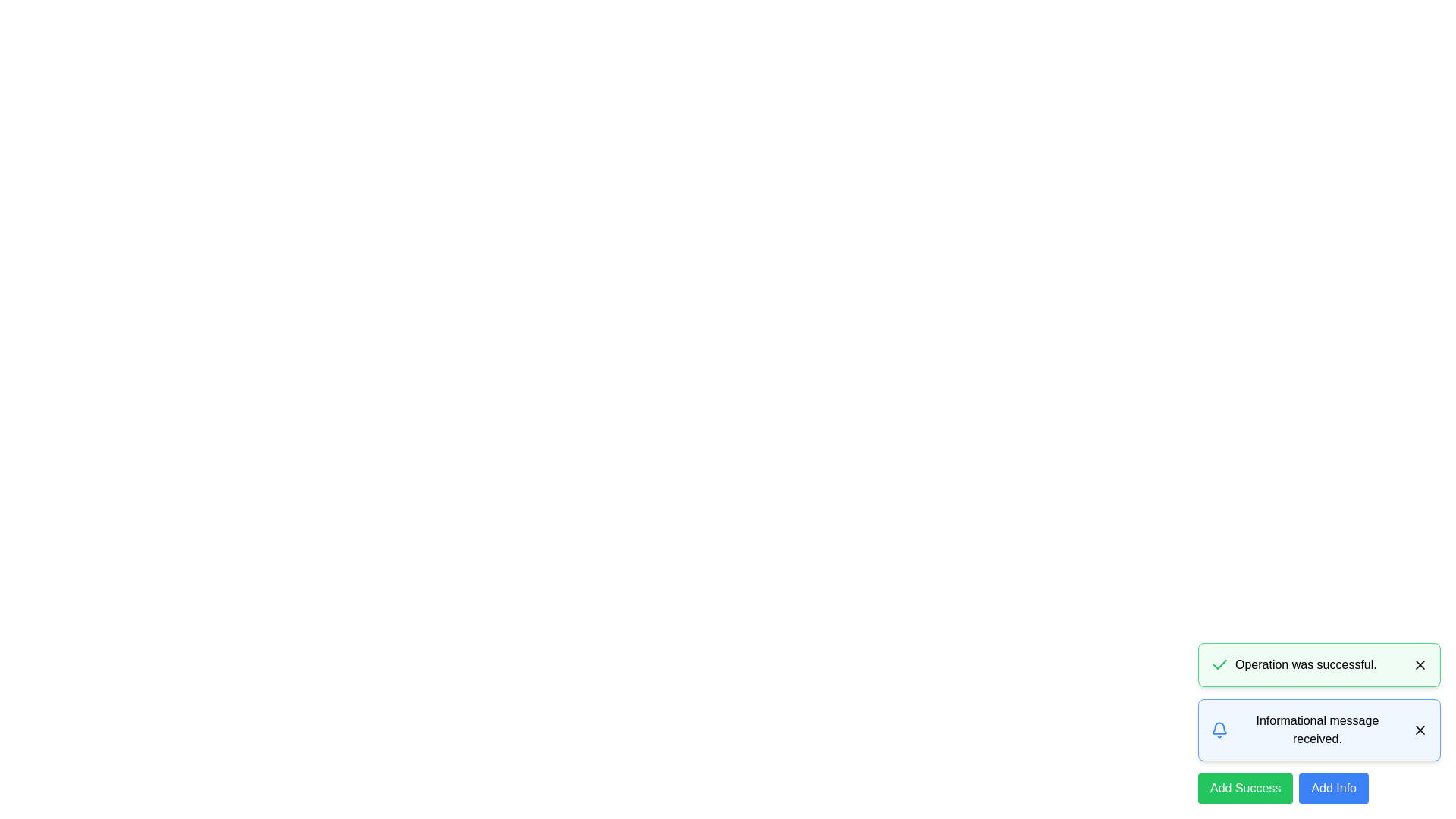 The image size is (1456, 819). I want to click on the small interactive 'X' button located on the right side of the notification component, so click(1419, 664).